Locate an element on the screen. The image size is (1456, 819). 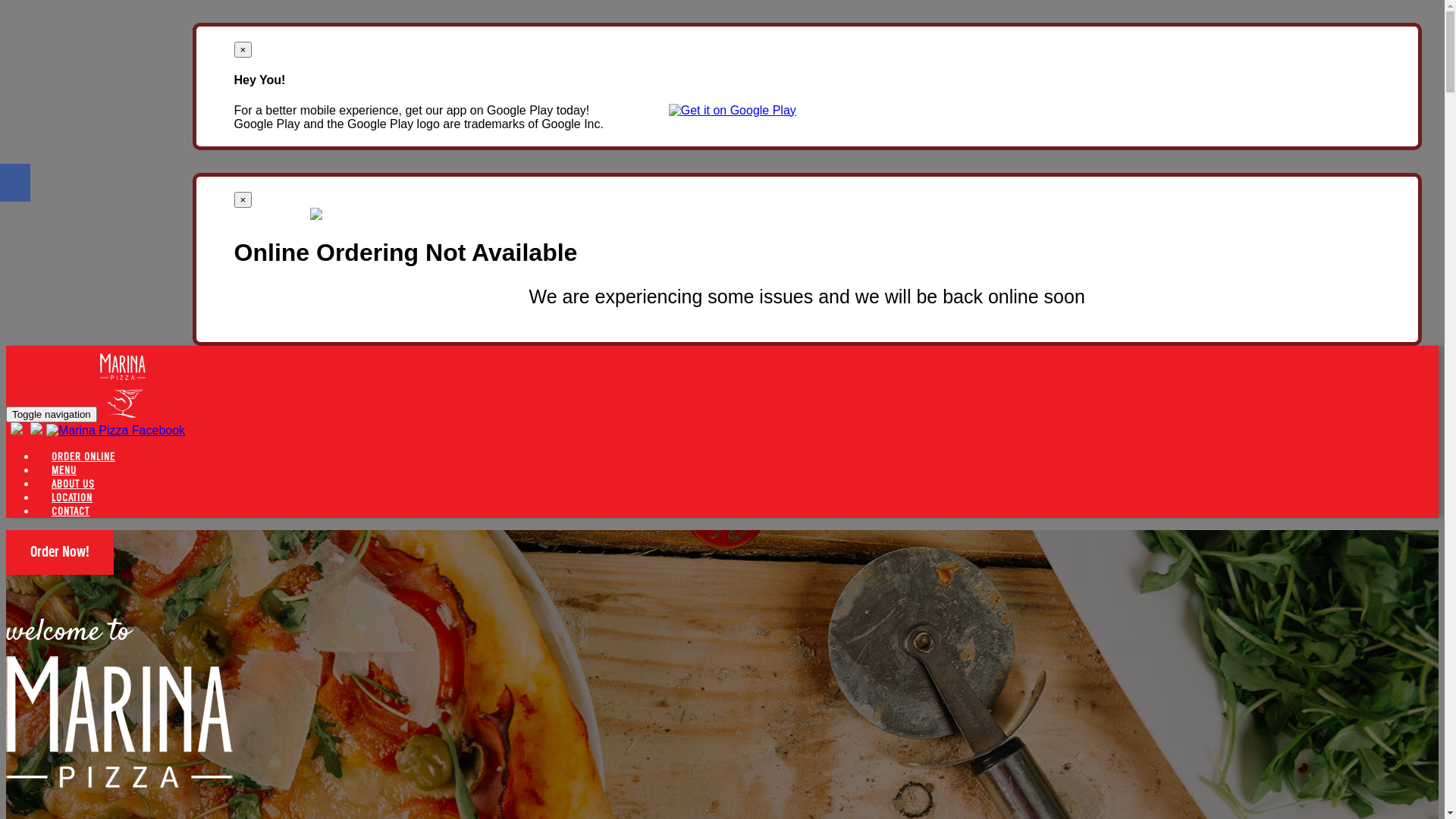
'Order Now!' is located at coordinates (6, 552).